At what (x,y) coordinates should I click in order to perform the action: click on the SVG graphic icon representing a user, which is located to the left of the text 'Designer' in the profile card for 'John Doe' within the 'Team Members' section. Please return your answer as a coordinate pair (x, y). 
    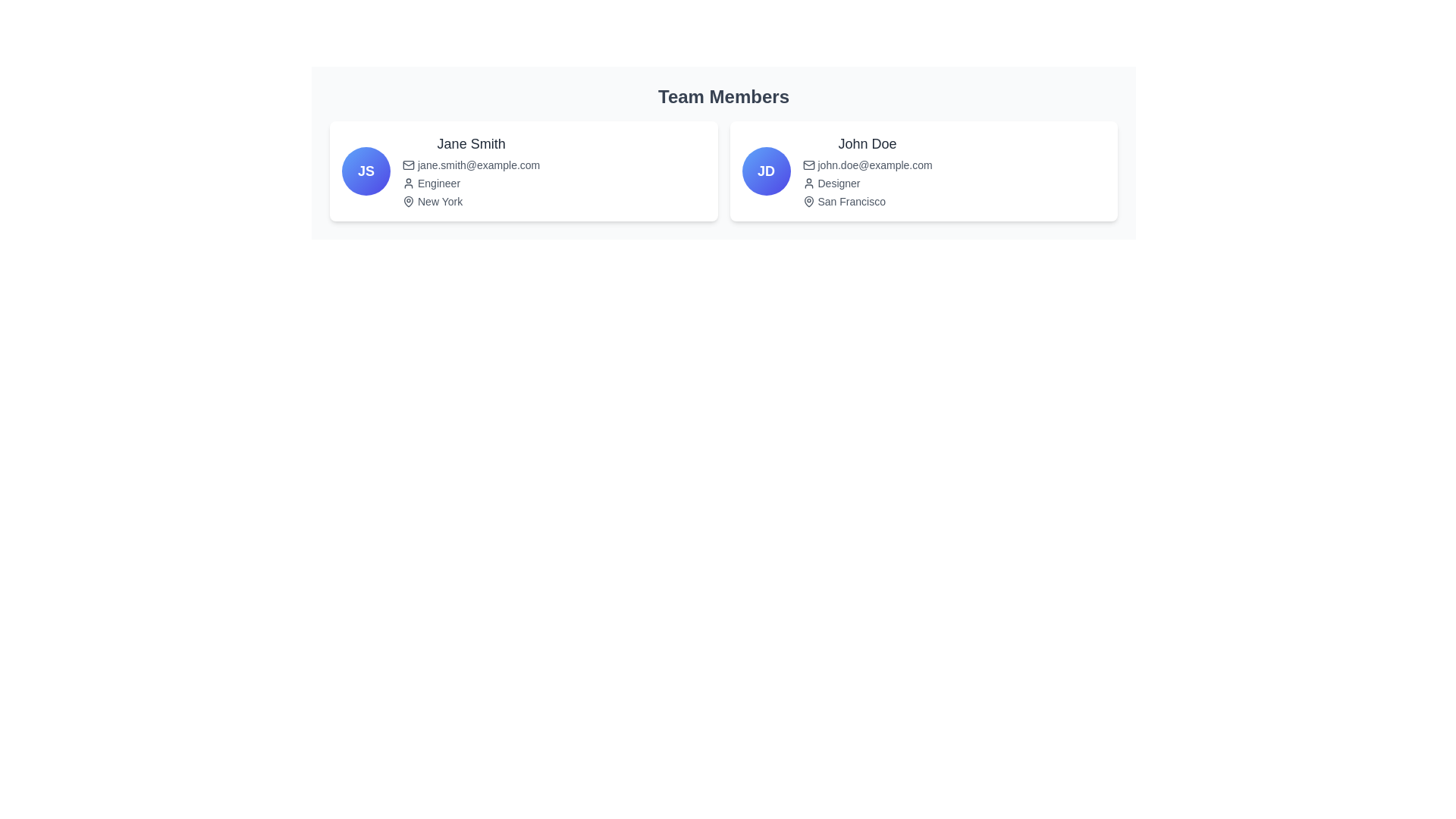
    Looking at the image, I should click on (808, 183).